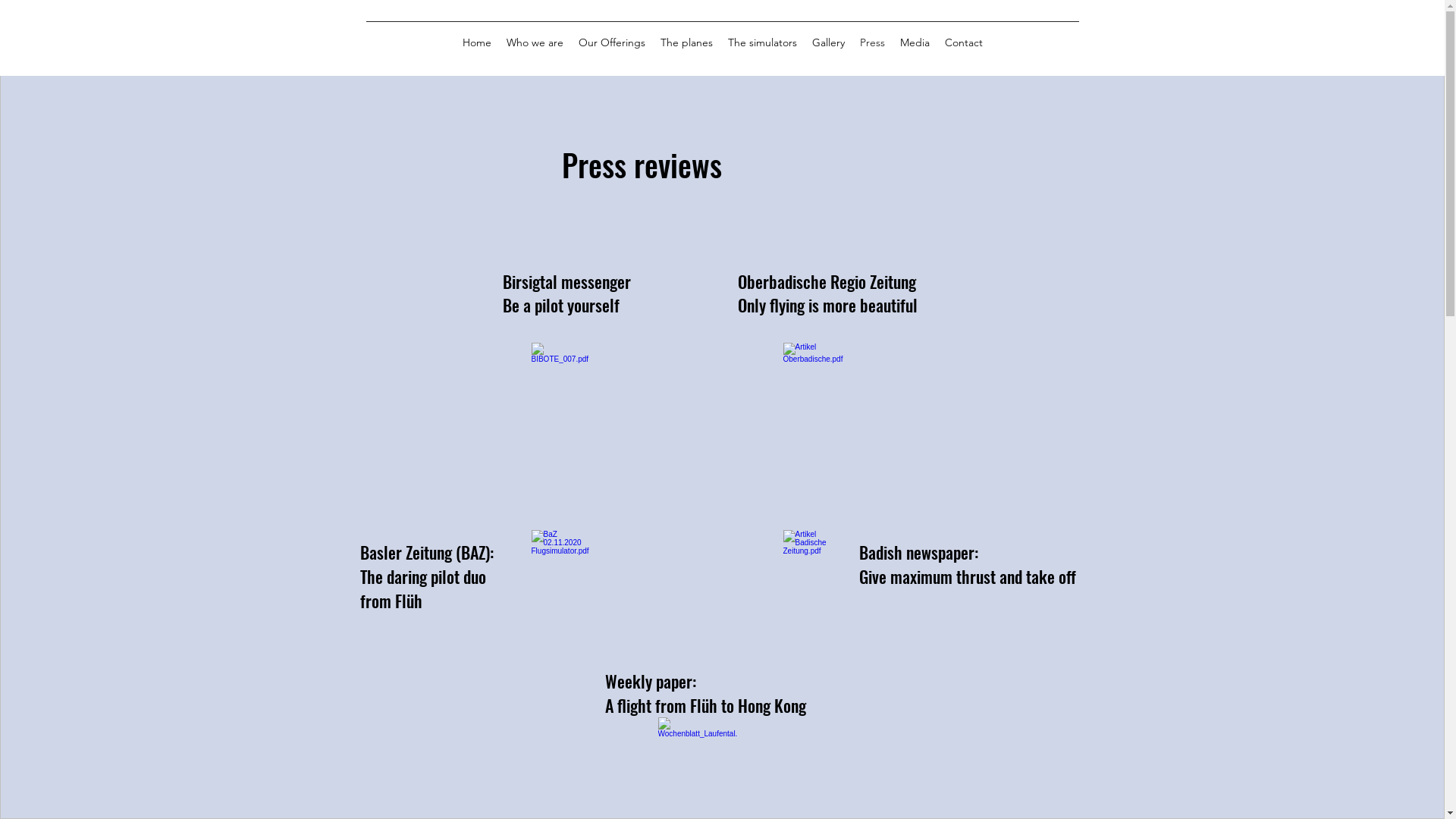 This screenshot has height=819, width=1456. I want to click on 'Artikel Badische Zeitung.pdf', so click(813, 582).